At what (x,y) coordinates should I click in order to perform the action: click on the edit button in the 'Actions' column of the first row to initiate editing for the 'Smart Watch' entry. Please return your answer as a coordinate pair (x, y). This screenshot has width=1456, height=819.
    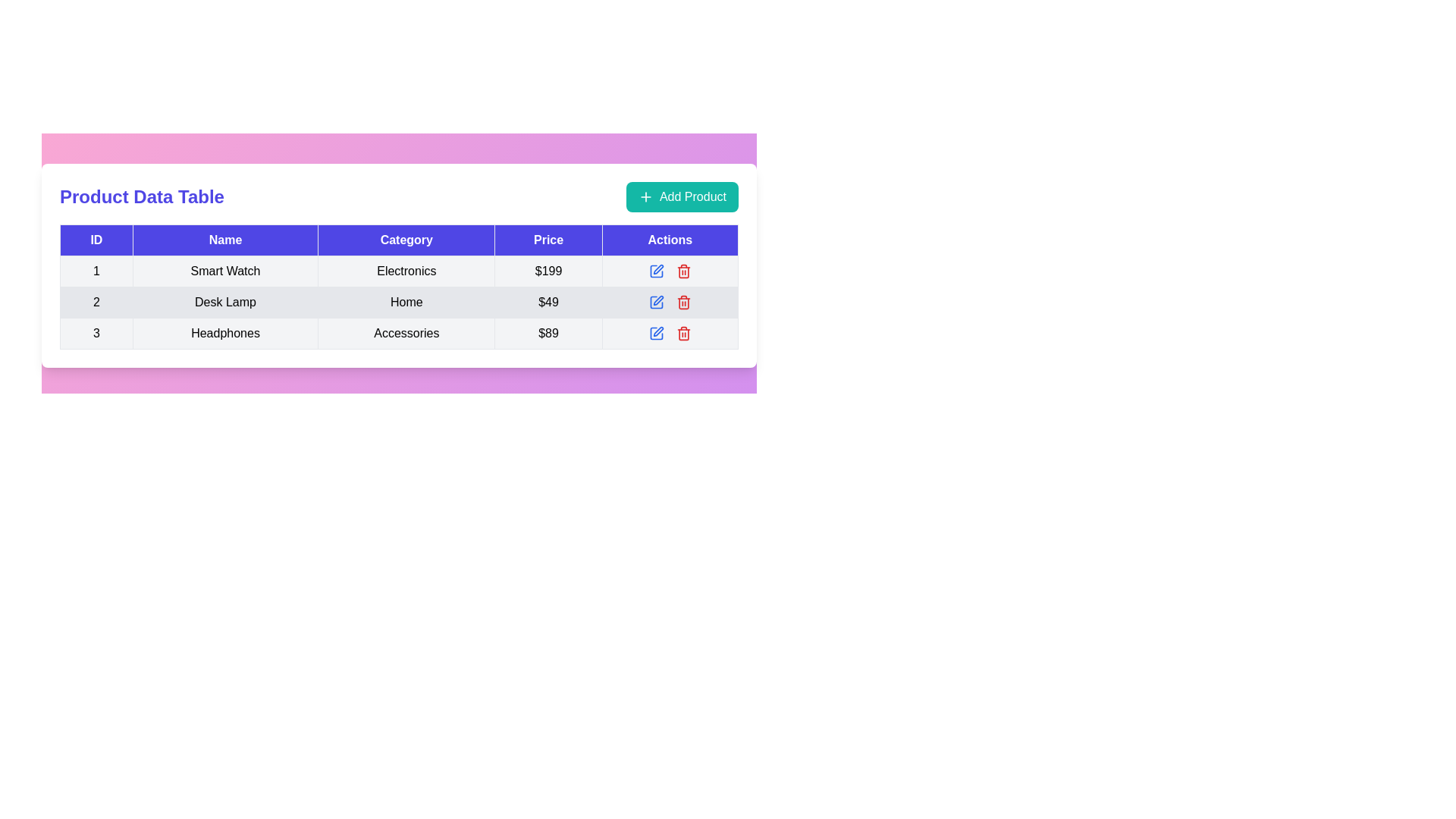
    Looking at the image, I should click on (656, 271).